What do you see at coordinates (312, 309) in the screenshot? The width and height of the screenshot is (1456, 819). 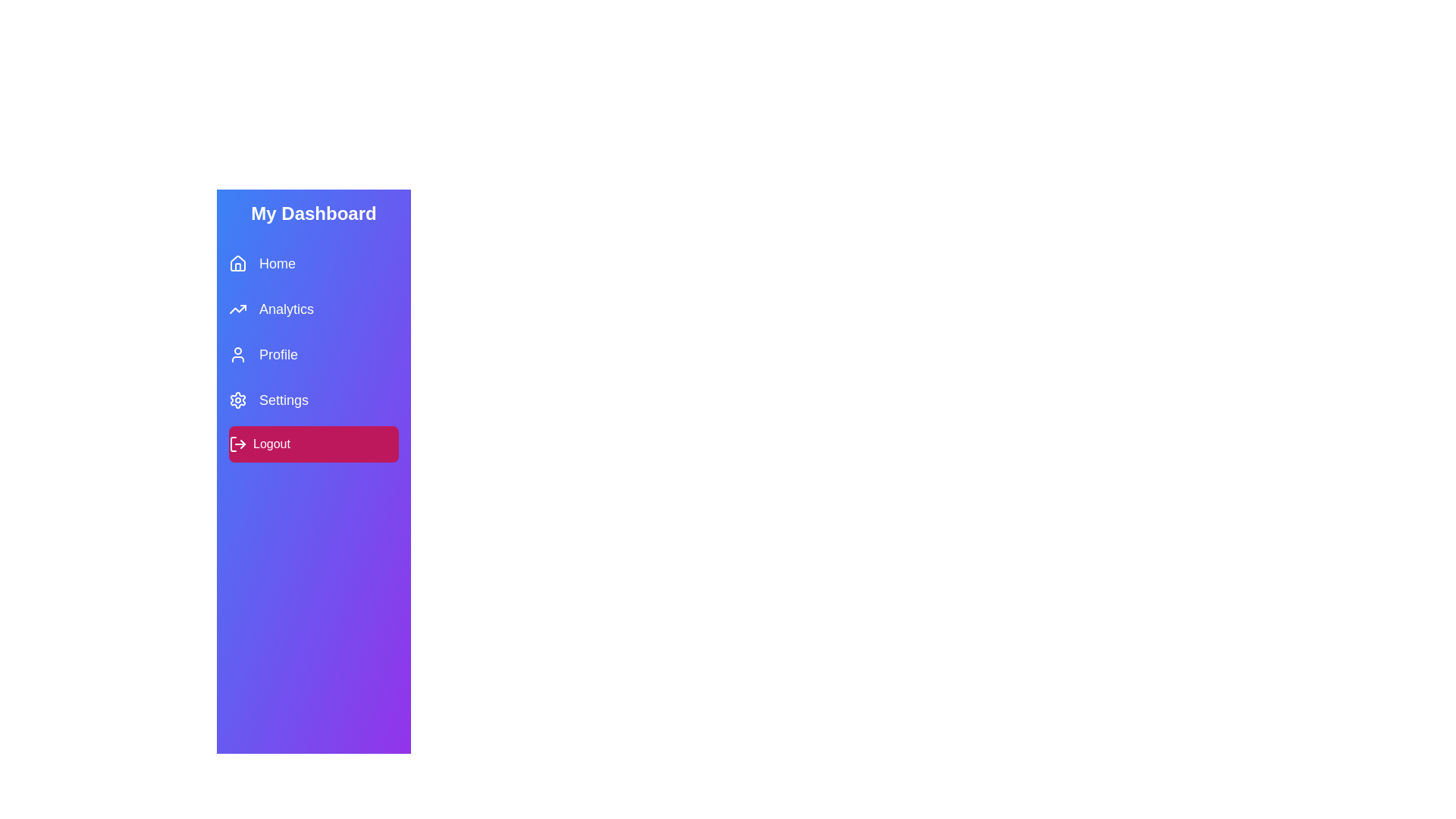 I see `the 'Analytics' button located in the sidebar menu, which is the second item below 'Home' and above 'Profile'` at bounding box center [312, 309].